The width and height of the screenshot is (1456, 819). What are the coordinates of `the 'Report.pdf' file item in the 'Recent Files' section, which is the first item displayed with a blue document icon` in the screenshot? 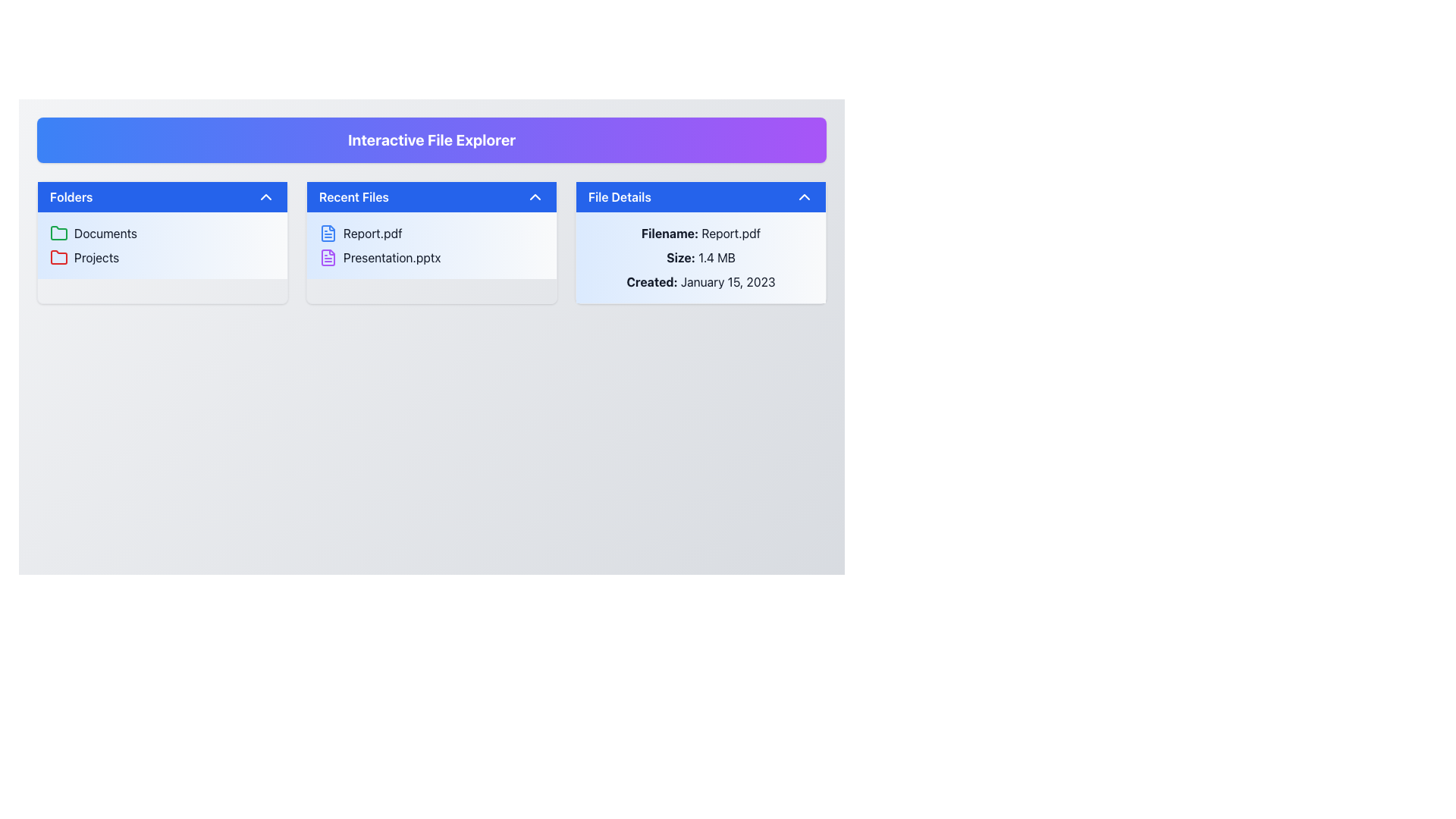 It's located at (431, 234).